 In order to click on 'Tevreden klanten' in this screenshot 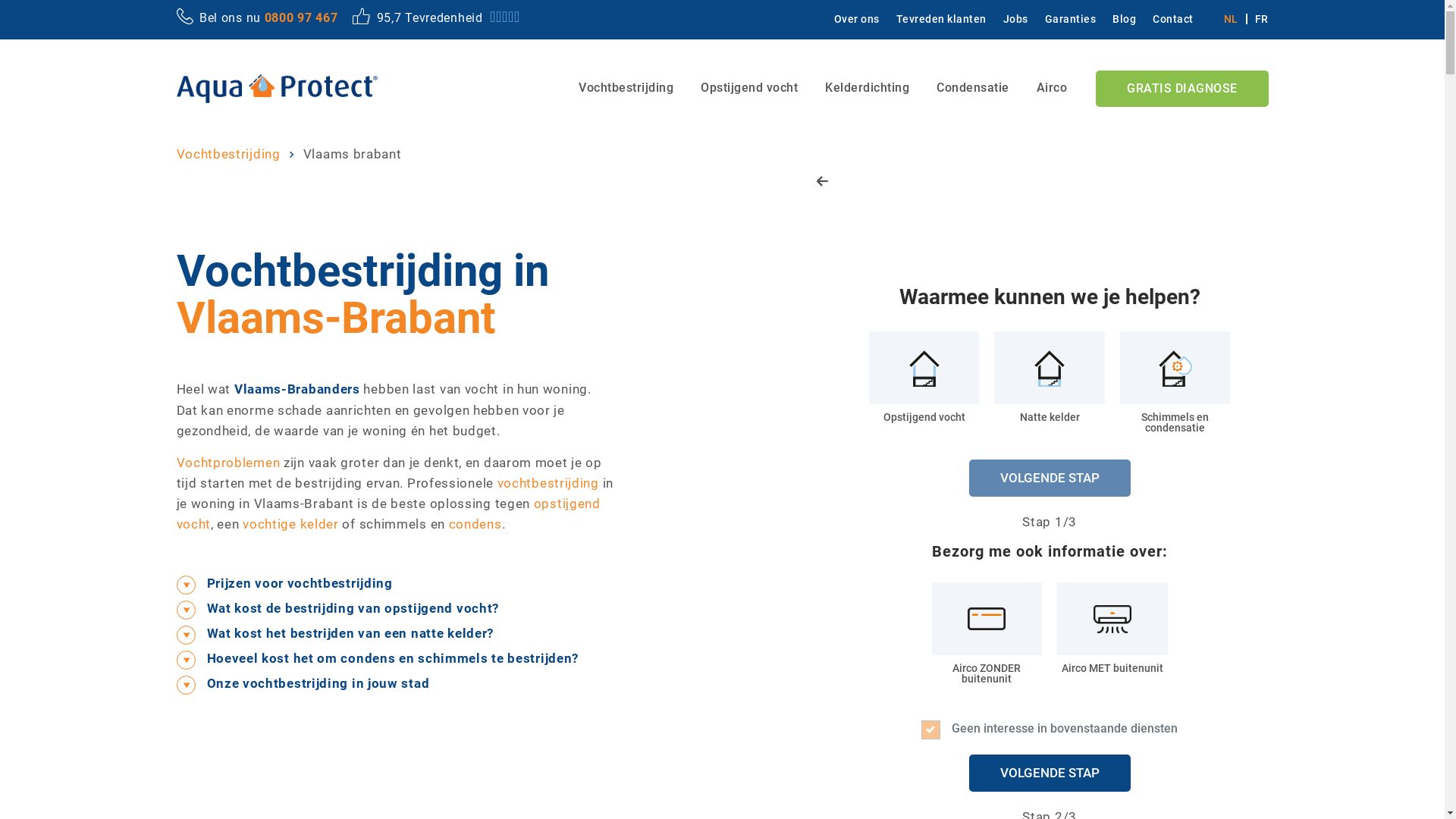, I will do `click(934, 18)`.